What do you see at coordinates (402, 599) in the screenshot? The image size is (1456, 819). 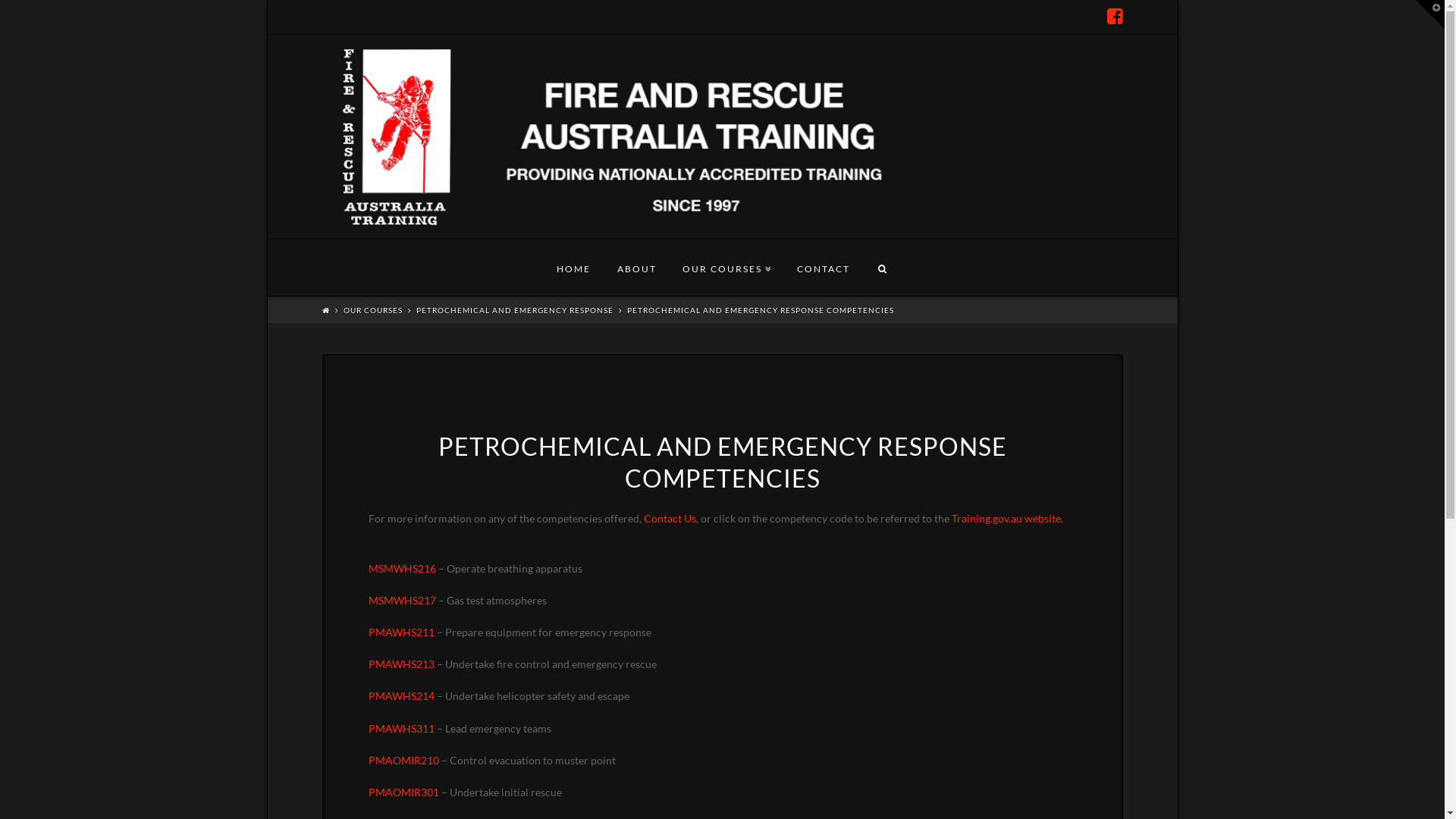 I see `'MSMWHS217'` at bounding box center [402, 599].